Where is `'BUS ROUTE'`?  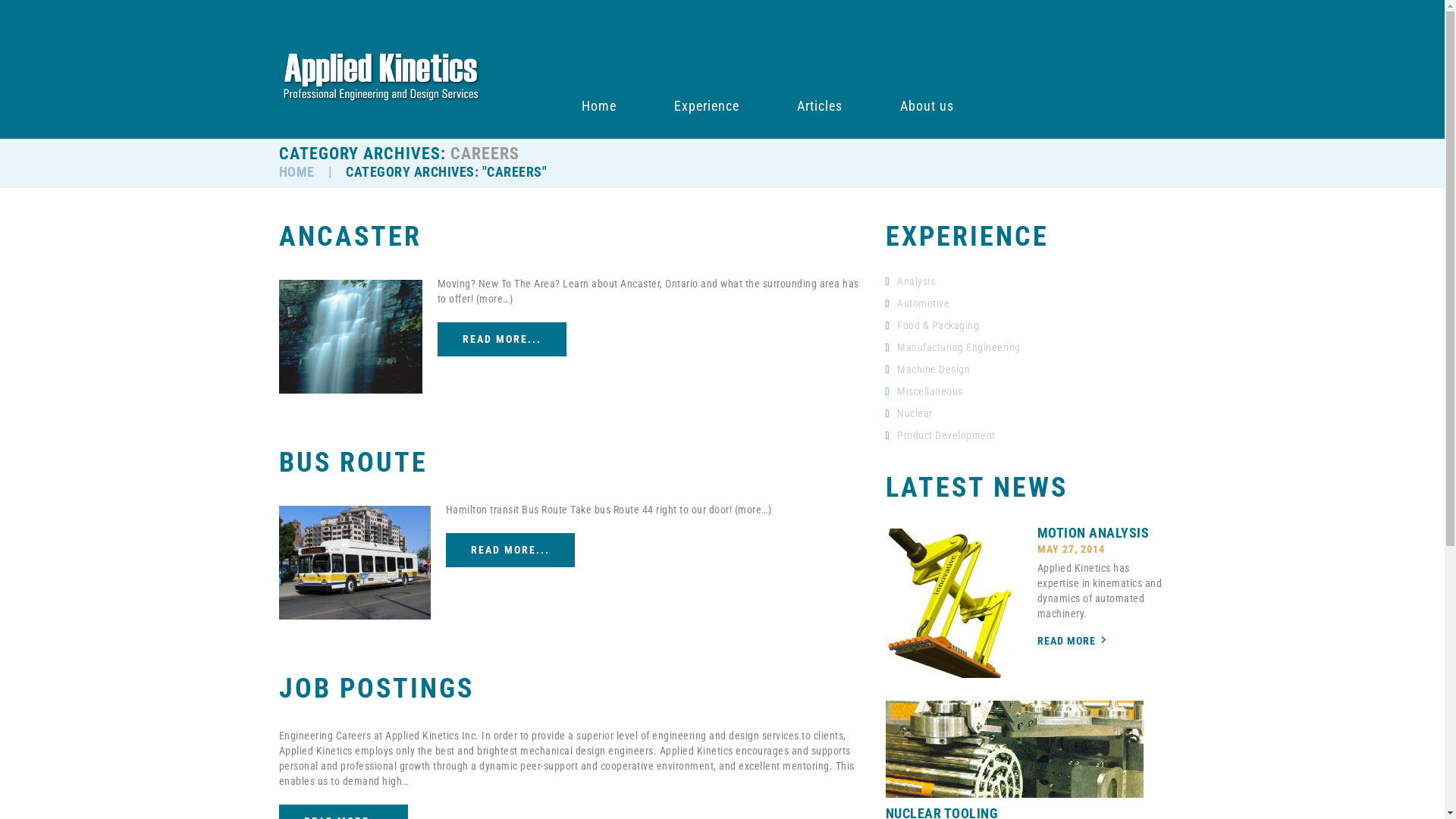 'BUS ROUTE' is located at coordinates (279, 461).